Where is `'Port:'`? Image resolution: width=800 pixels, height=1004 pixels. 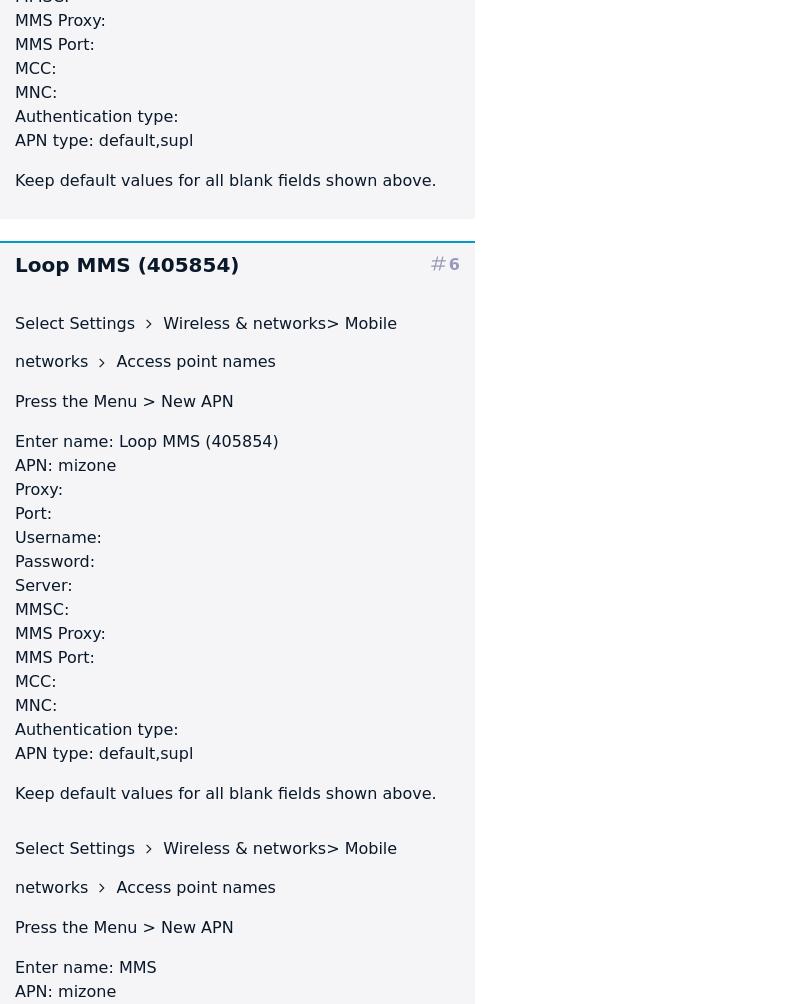 'Port:' is located at coordinates (14, 513).